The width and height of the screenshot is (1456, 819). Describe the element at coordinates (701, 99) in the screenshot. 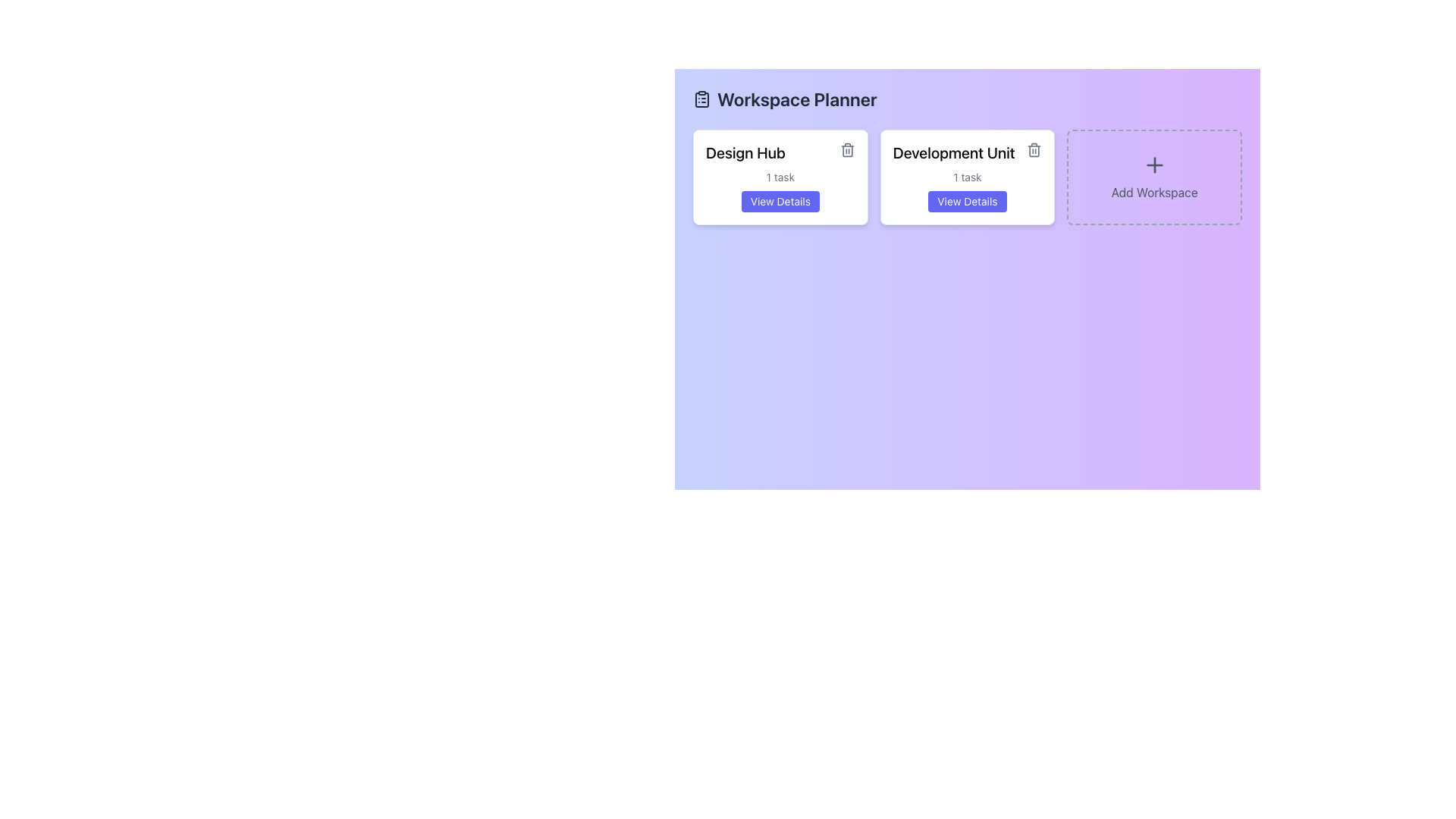

I see `the clipboard icon located at the top-left area of the interface, next to the 'Workspace Planner' text, which signifies notes or tasks` at that location.